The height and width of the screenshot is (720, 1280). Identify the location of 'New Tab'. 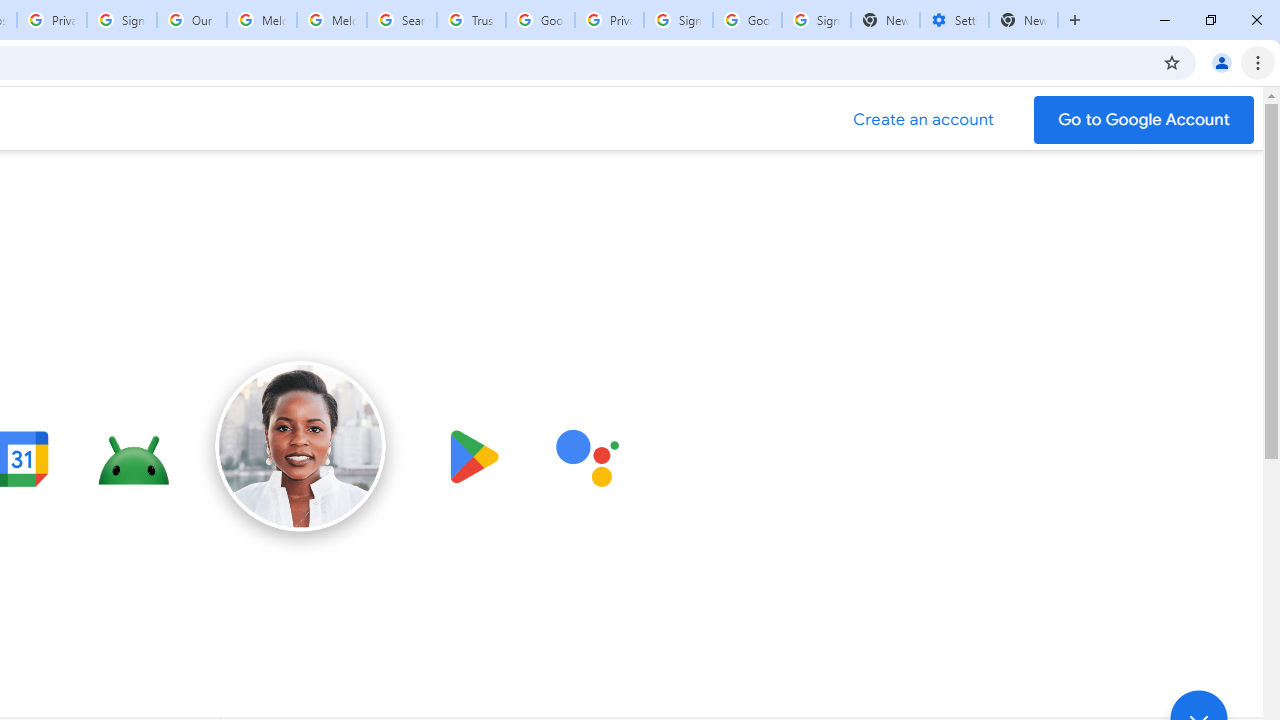
(1024, 20).